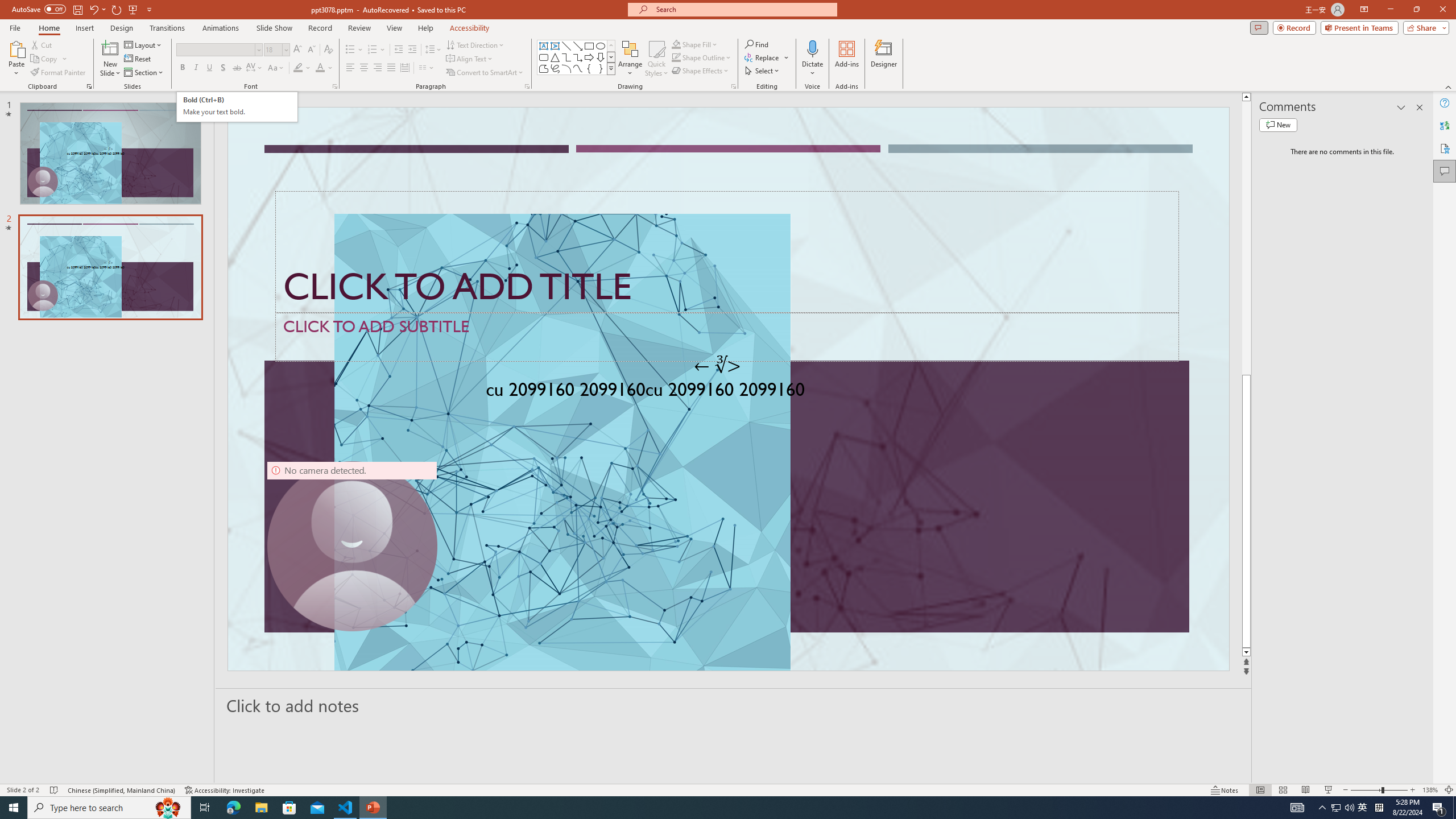 This screenshot has width=1456, height=819. What do you see at coordinates (554, 45) in the screenshot?
I see `'Vertical Text Box'` at bounding box center [554, 45].